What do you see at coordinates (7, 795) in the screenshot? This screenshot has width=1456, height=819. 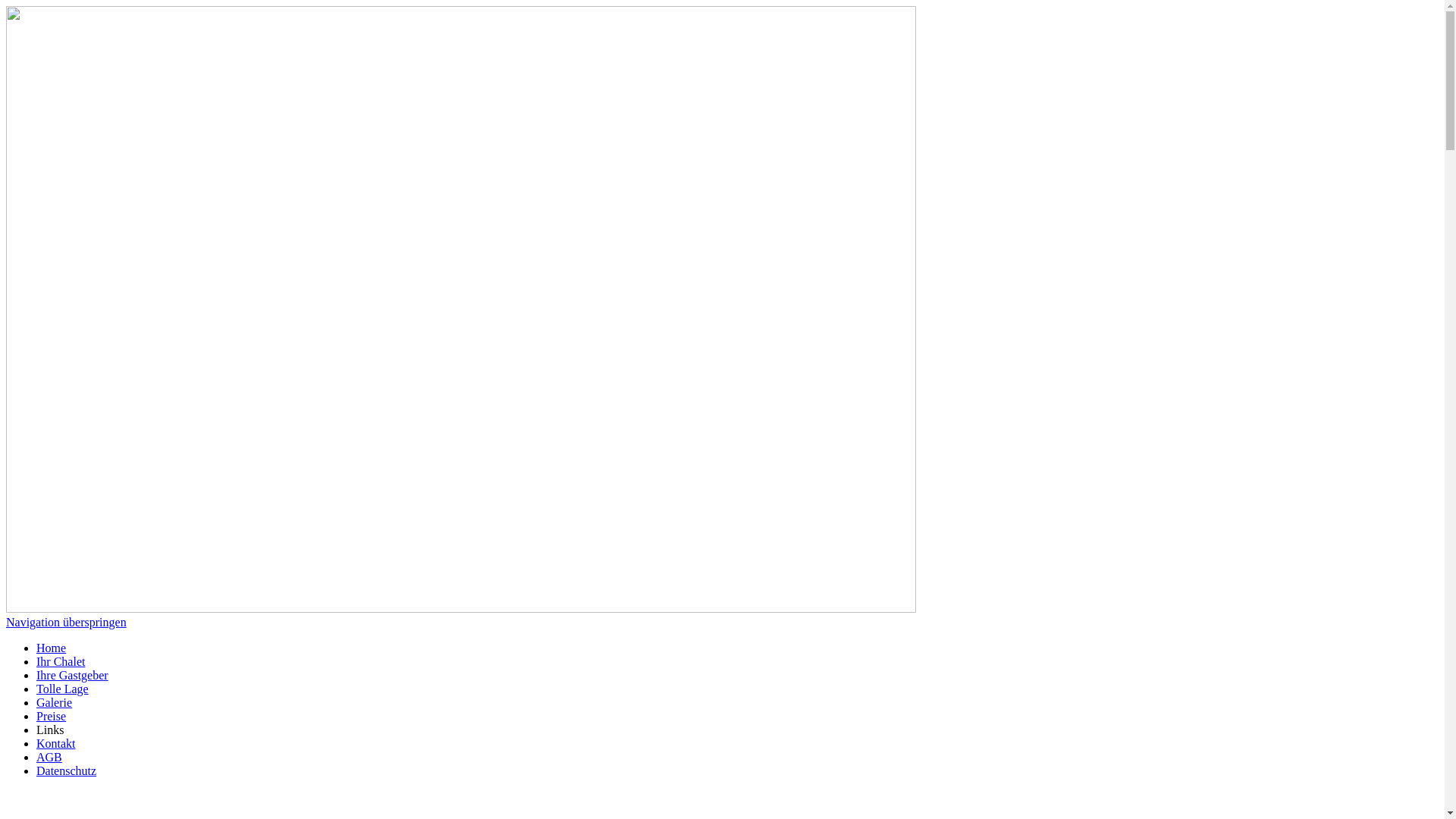 I see `' '` at bounding box center [7, 795].